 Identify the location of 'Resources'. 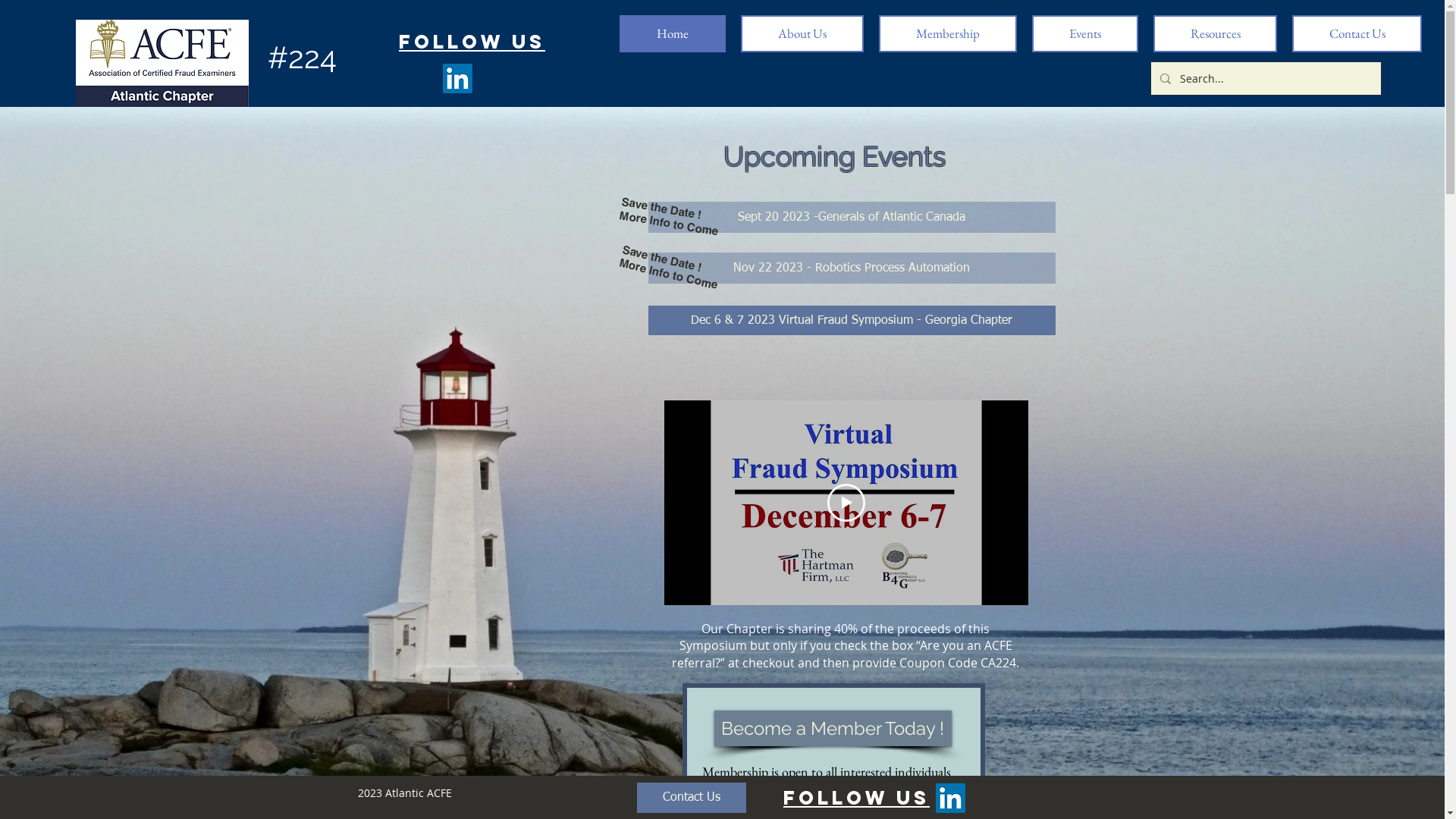
(1215, 33).